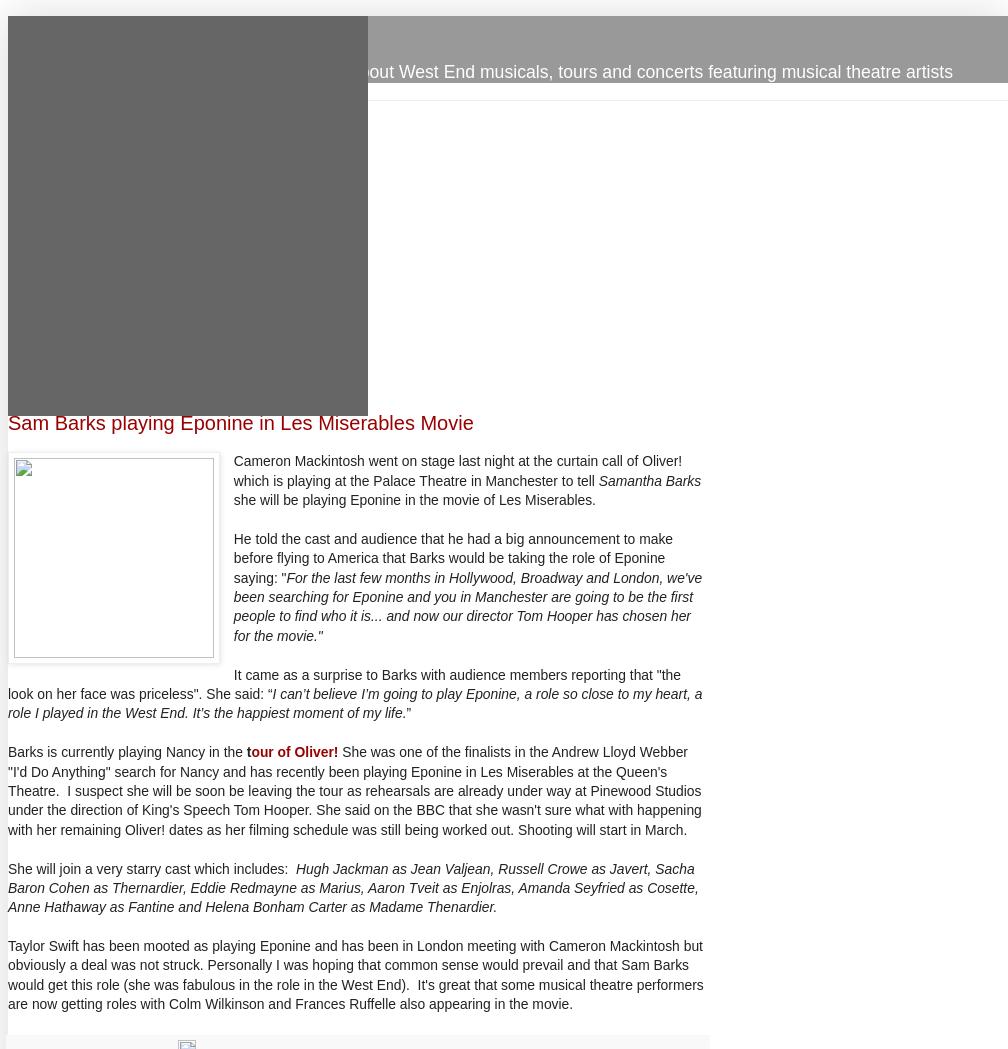 Image resolution: width=1008 pixels, height=1049 pixels. What do you see at coordinates (457, 470) in the screenshot?
I see `'Cameron Mackintosh went on stage last night at the curtain call of Oliver! which is playing at the Palace Theatre in Manchester to tell'` at bounding box center [457, 470].